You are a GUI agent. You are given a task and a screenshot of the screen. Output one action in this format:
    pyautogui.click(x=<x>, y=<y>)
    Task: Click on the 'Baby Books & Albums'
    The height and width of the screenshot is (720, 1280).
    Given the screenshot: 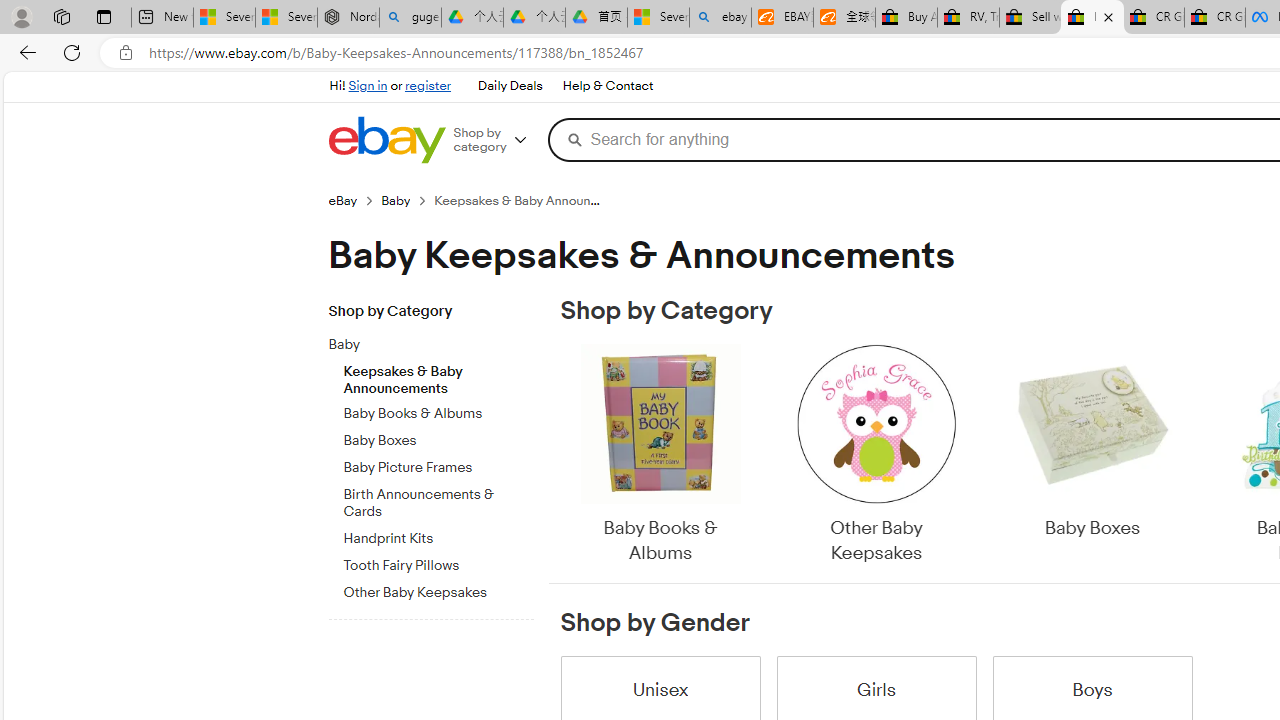 What is the action you would take?
    pyautogui.click(x=661, y=455)
    